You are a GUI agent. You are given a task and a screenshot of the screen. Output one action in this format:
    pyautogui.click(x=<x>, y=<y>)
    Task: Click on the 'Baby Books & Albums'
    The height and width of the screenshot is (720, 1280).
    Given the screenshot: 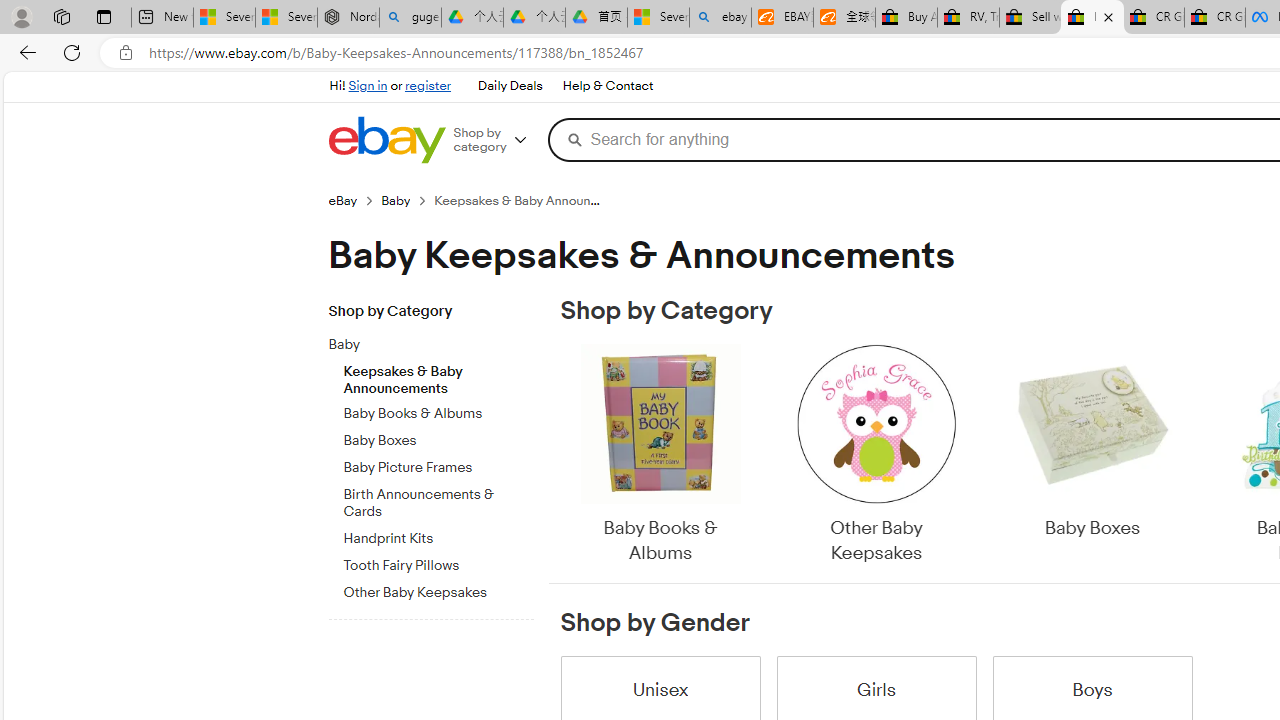 What is the action you would take?
    pyautogui.click(x=661, y=455)
    